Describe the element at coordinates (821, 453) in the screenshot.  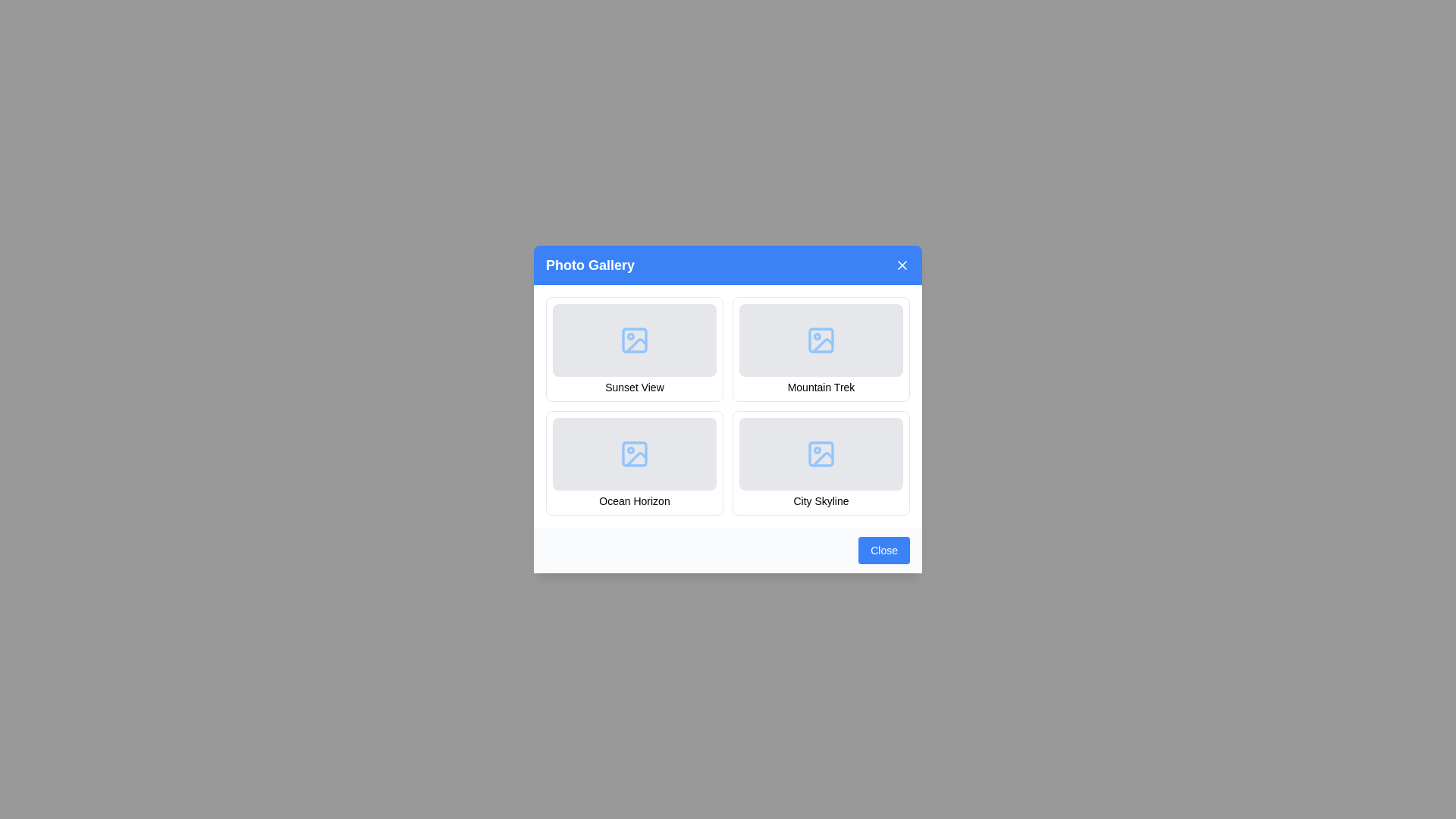
I see `the image icon in the 'City Skyline' section of the 'Photo Gallery' dialog` at that location.